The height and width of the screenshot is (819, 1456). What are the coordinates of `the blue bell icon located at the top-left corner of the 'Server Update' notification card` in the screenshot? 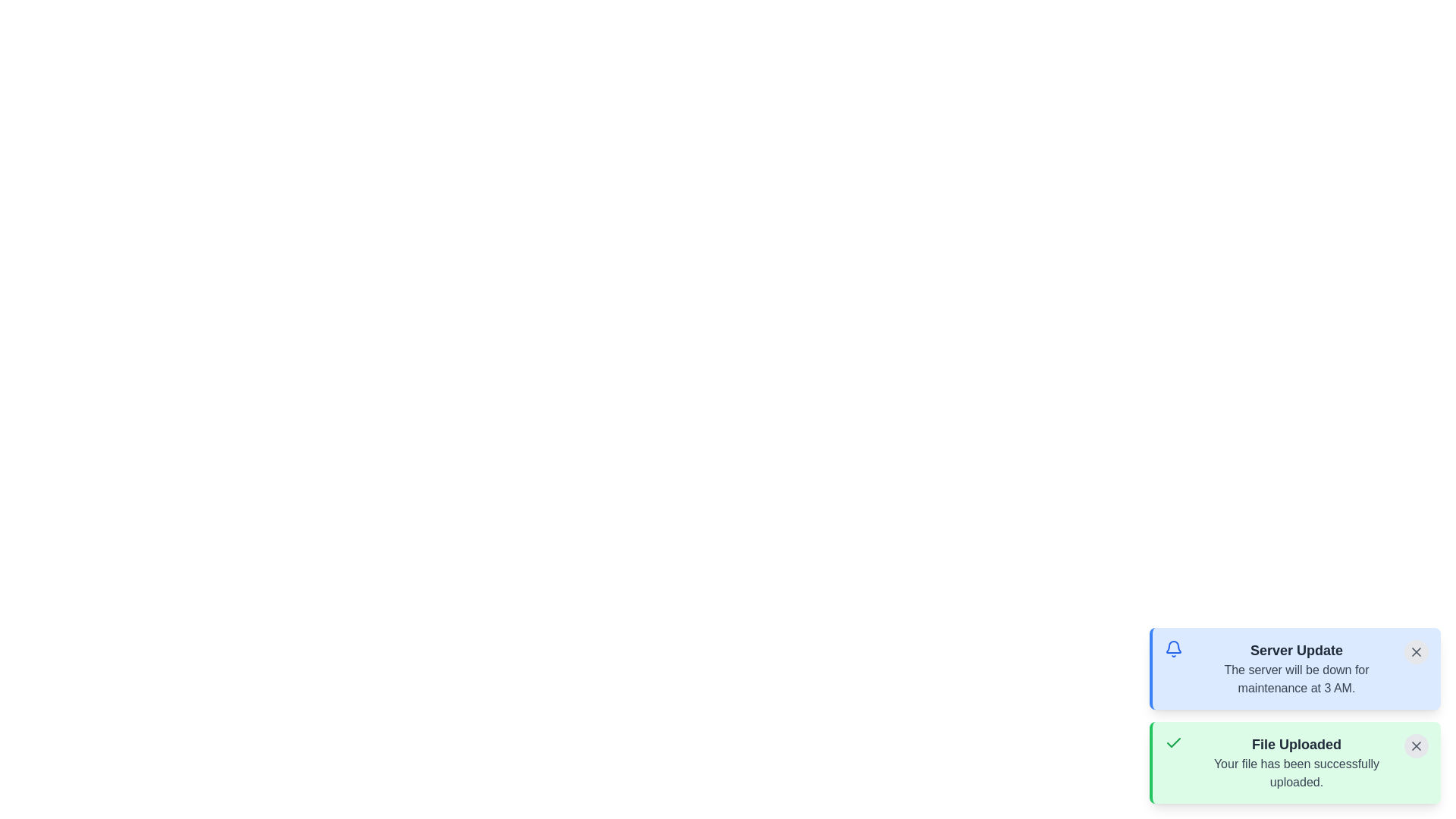 It's located at (1173, 648).